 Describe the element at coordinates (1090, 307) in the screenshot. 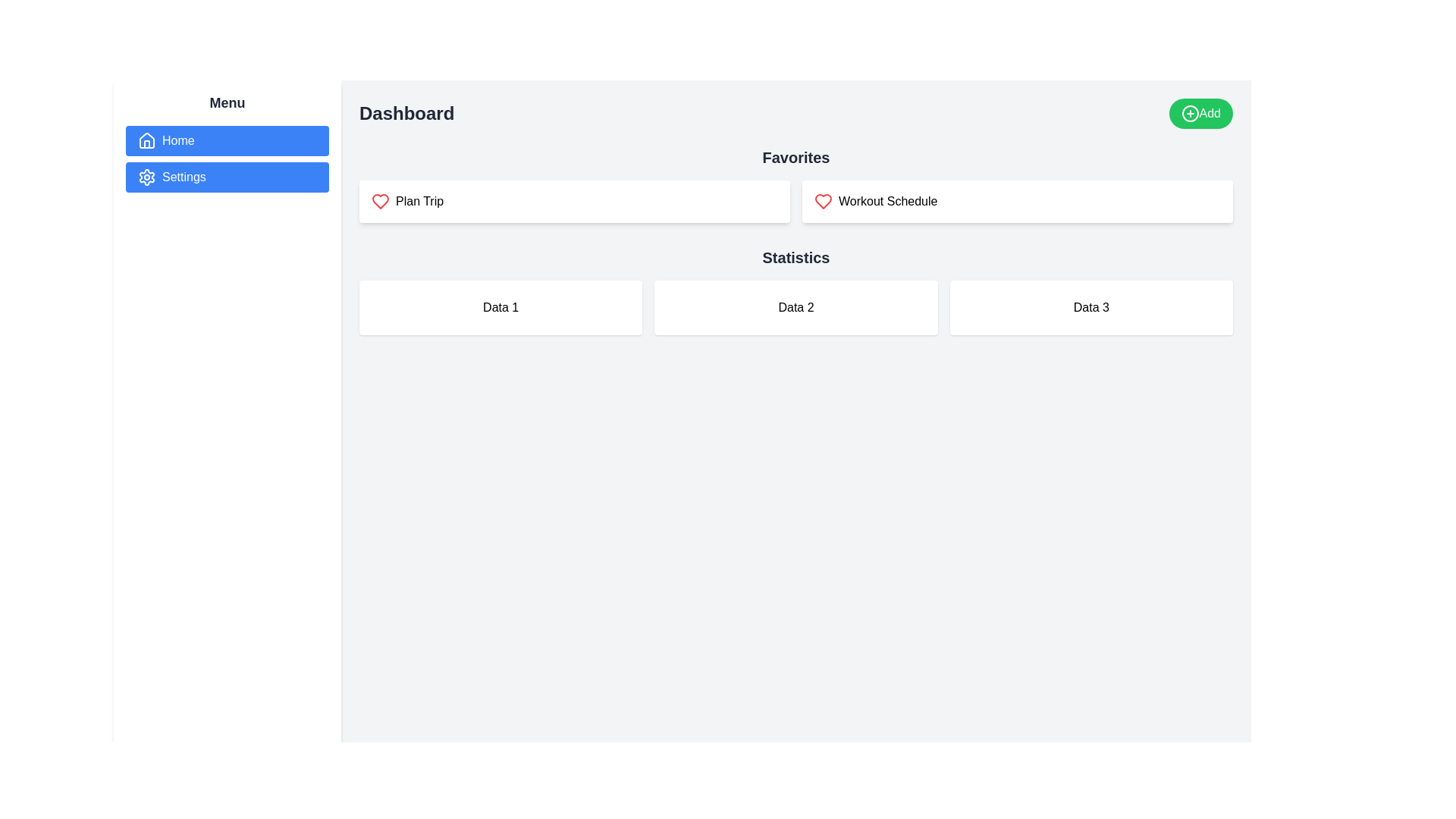

I see `the rectangular card labeled 'Data 3' which has a white background, rounded corners, and bold black text in the 'Statistics' section` at that location.